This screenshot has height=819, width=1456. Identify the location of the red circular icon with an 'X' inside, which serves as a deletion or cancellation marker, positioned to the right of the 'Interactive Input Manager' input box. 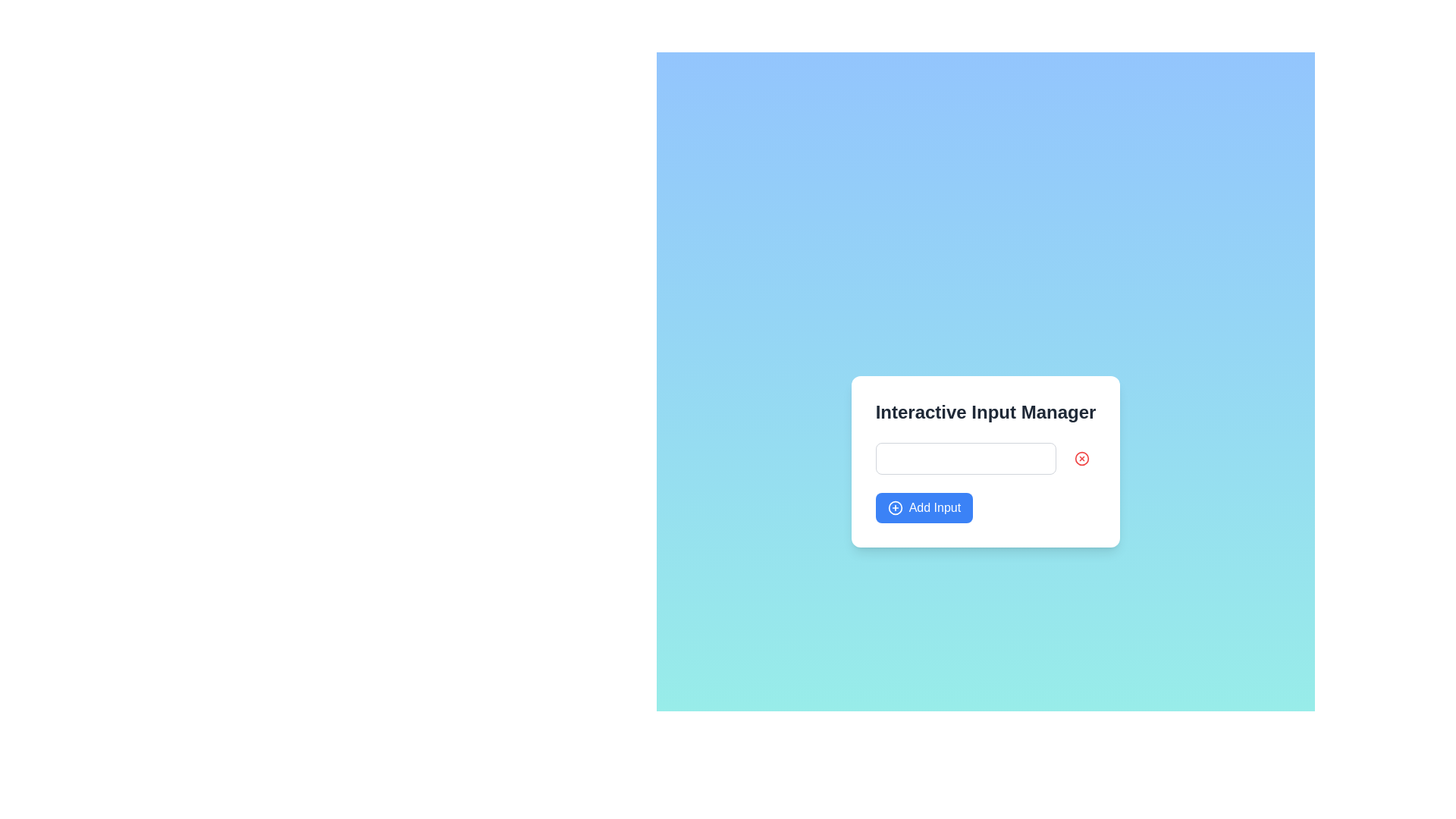
(1081, 458).